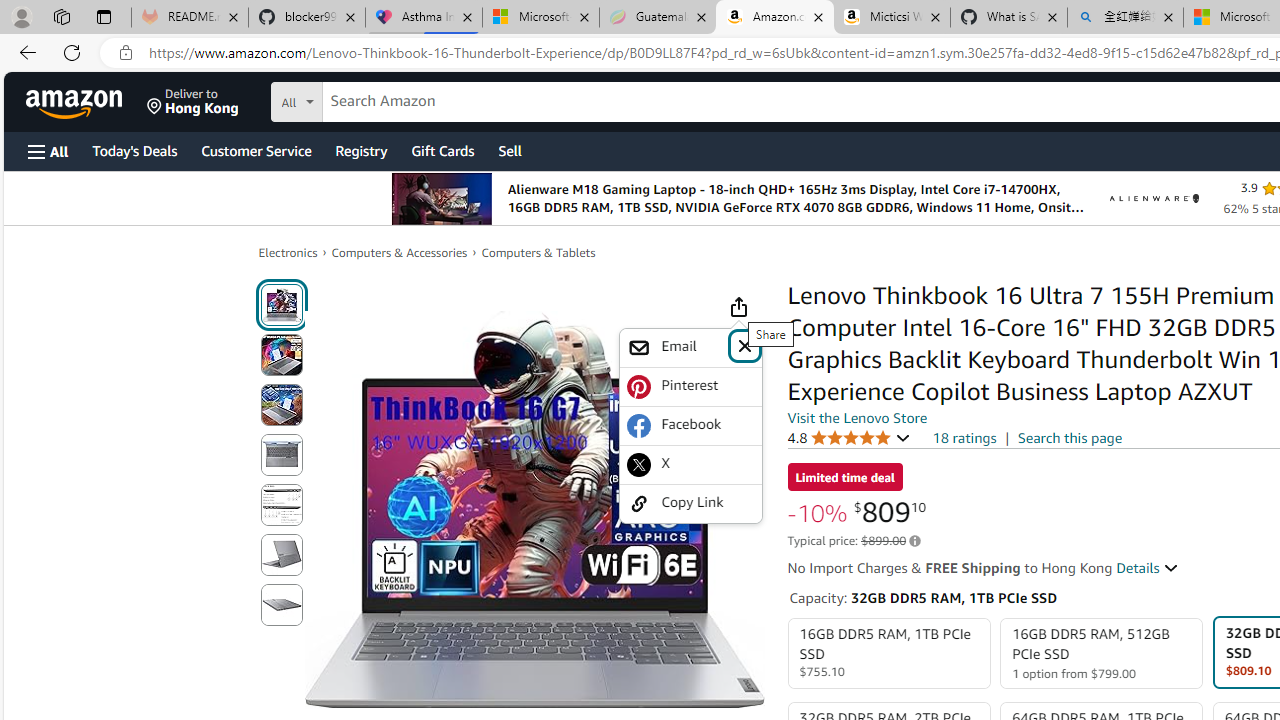 The width and height of the screenshot is (1280, 720). Describe the element at coordinates (690, 386) in the screenshot. I see `'Pinterest'` at that location.